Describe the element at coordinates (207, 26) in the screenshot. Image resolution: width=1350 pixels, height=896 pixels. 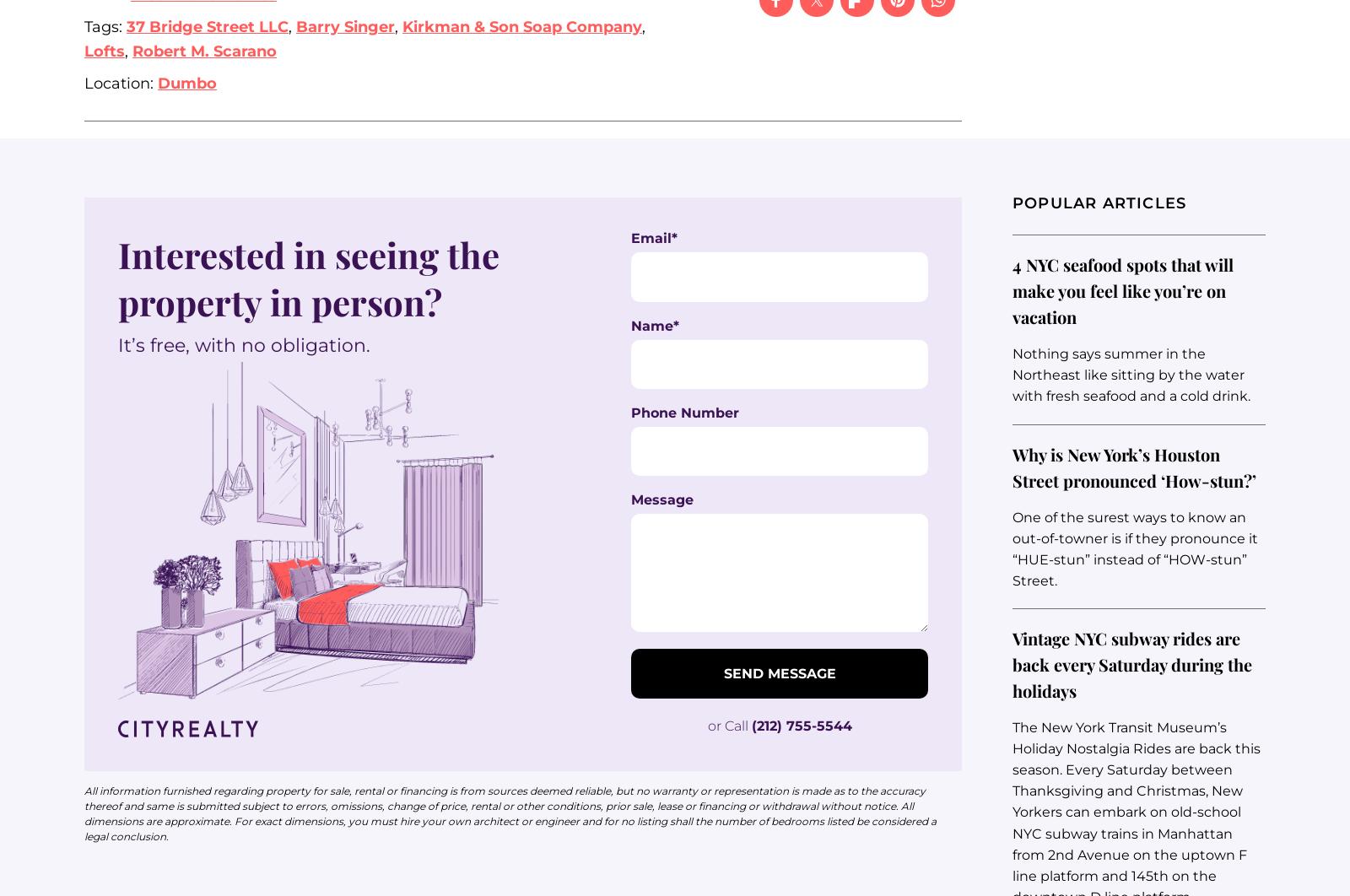
I see `'37 Bridge Street LLC'` at that location.